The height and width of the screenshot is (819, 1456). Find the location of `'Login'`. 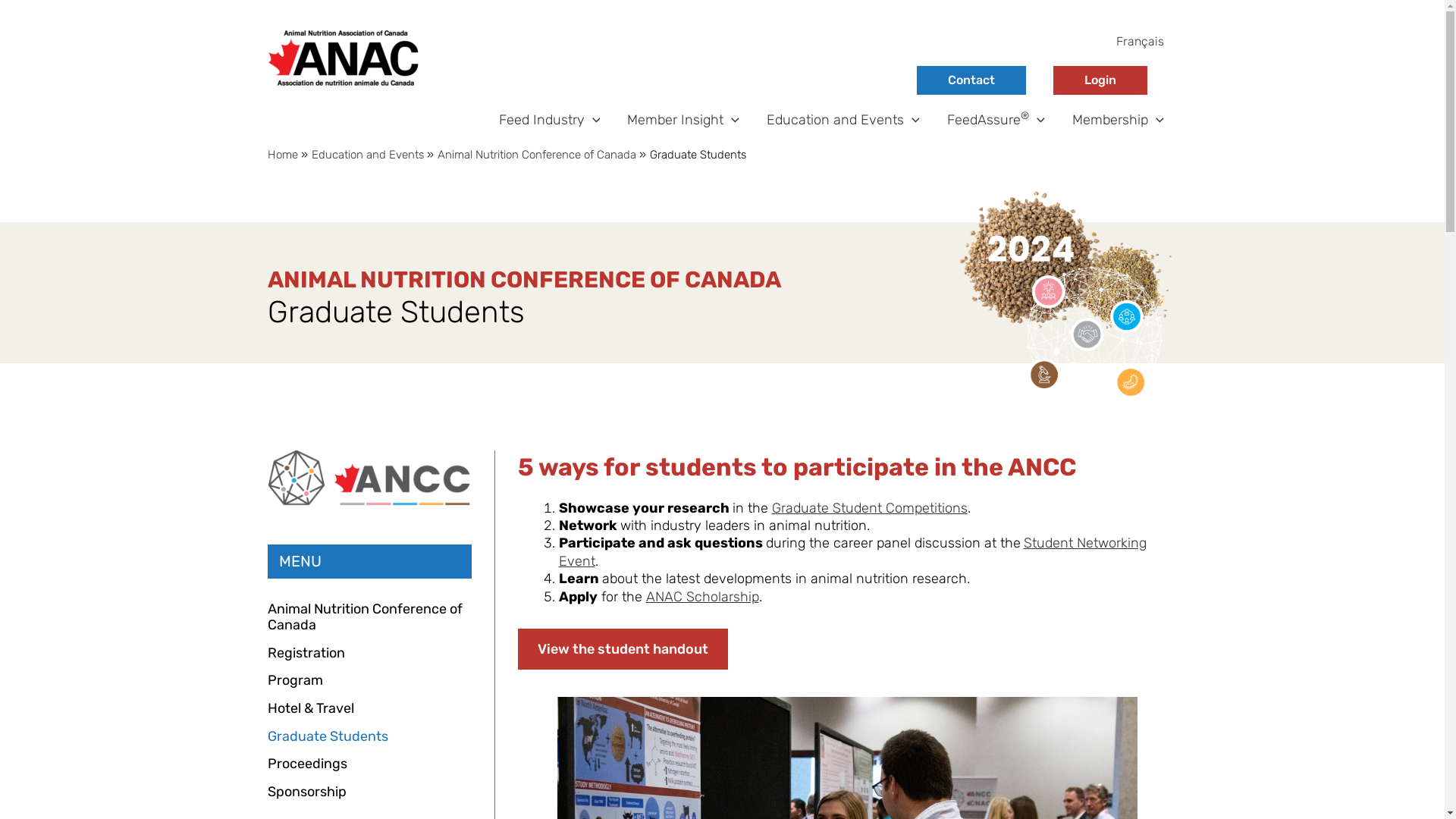

'Login' is located at coordinates (1099, 80).